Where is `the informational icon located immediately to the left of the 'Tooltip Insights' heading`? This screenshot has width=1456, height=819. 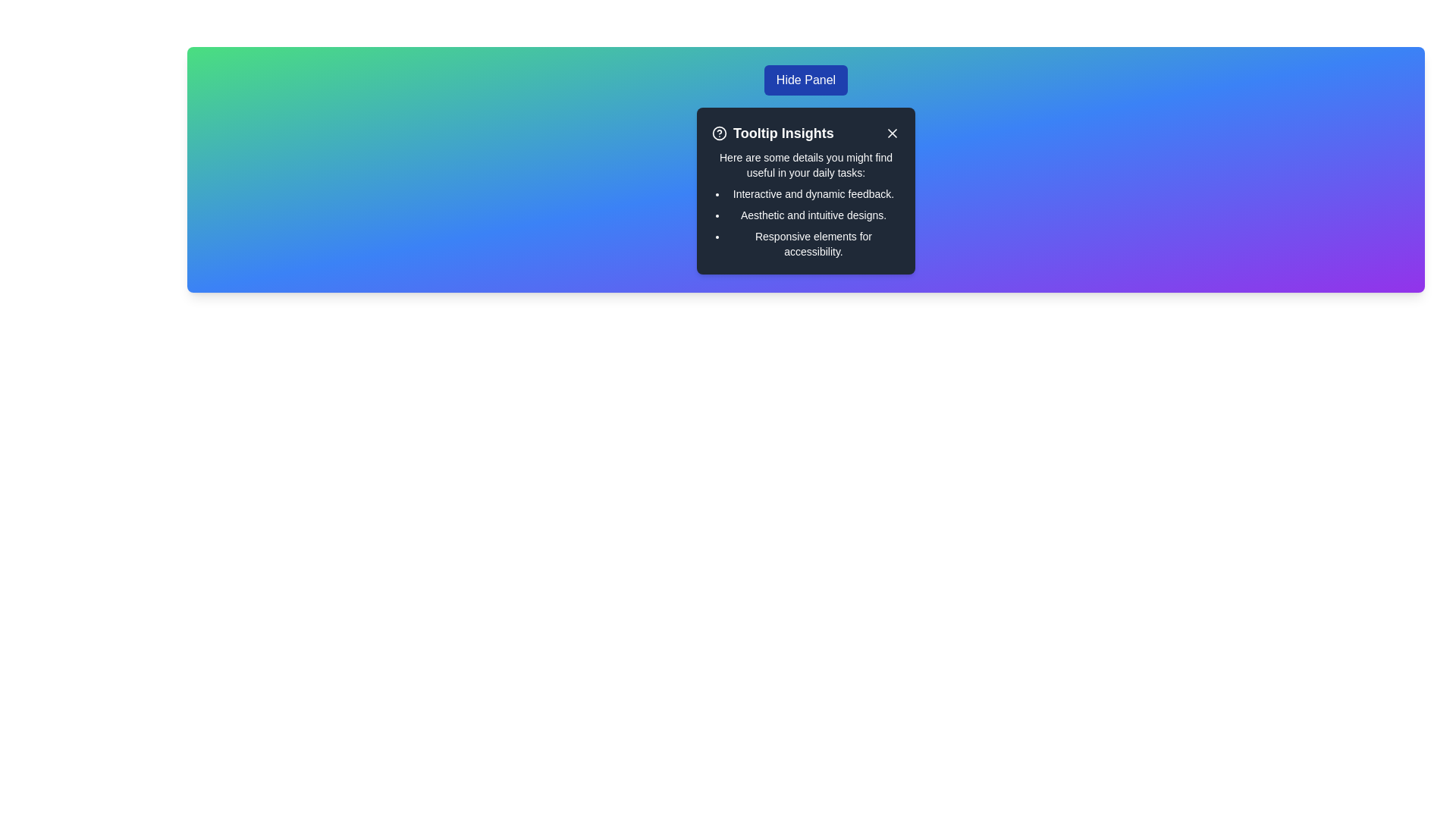
the informational icon located immediately to the left of the 'Tooltip Insights' heading is located at coordinates (719, 133).